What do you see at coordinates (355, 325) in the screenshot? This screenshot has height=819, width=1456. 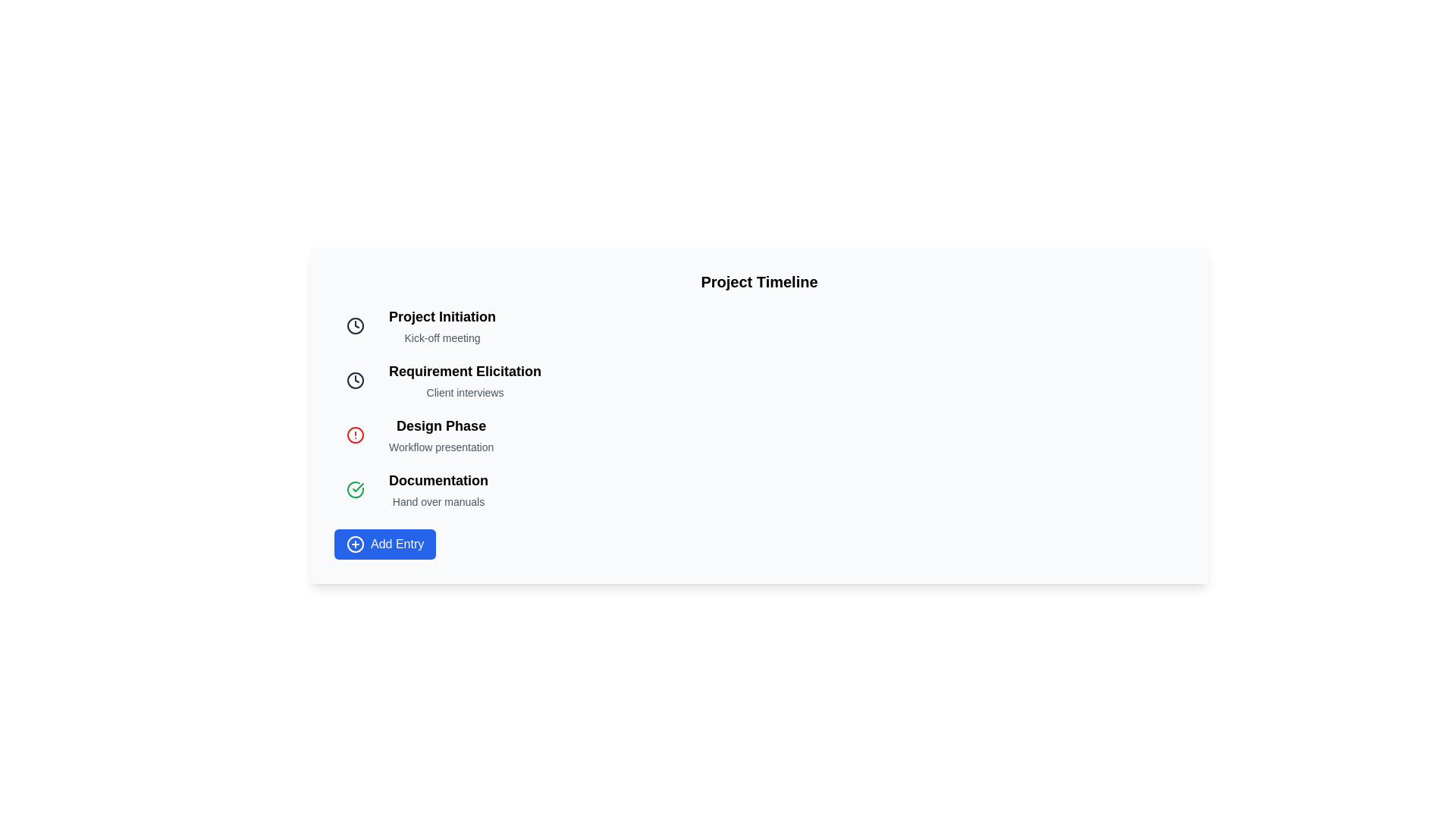 I see `the SVG Circle Element that forms the outline of a clock, located next to the 'Requirement Elicitation' text in the 'Project Timeline' list` at bounding box center [355, 325].